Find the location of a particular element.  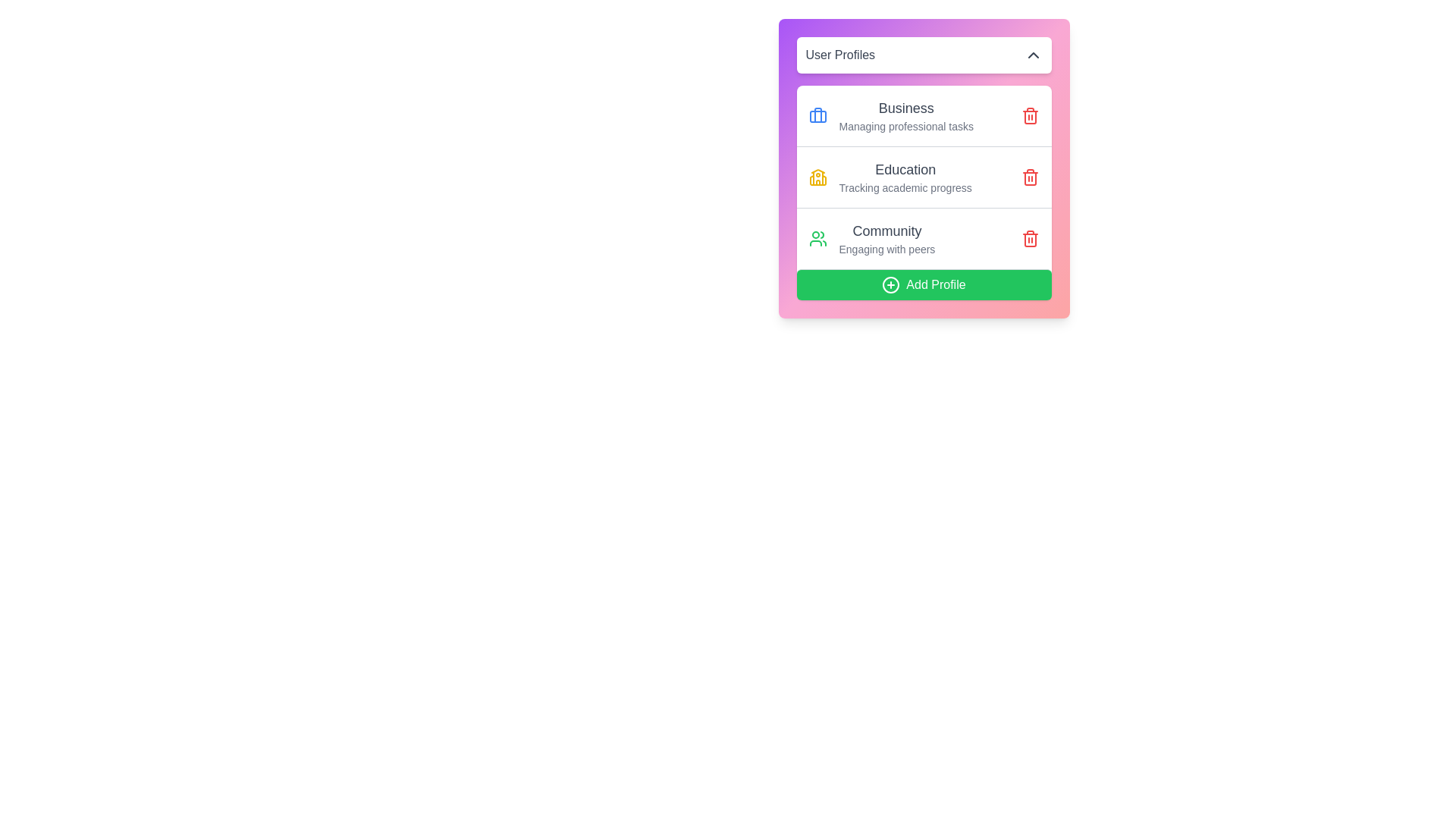

the 'Add Profile' button with a green background and white text, which is located at the bottom of the panel below the 'Community' section is located at coordinates (923, 284).